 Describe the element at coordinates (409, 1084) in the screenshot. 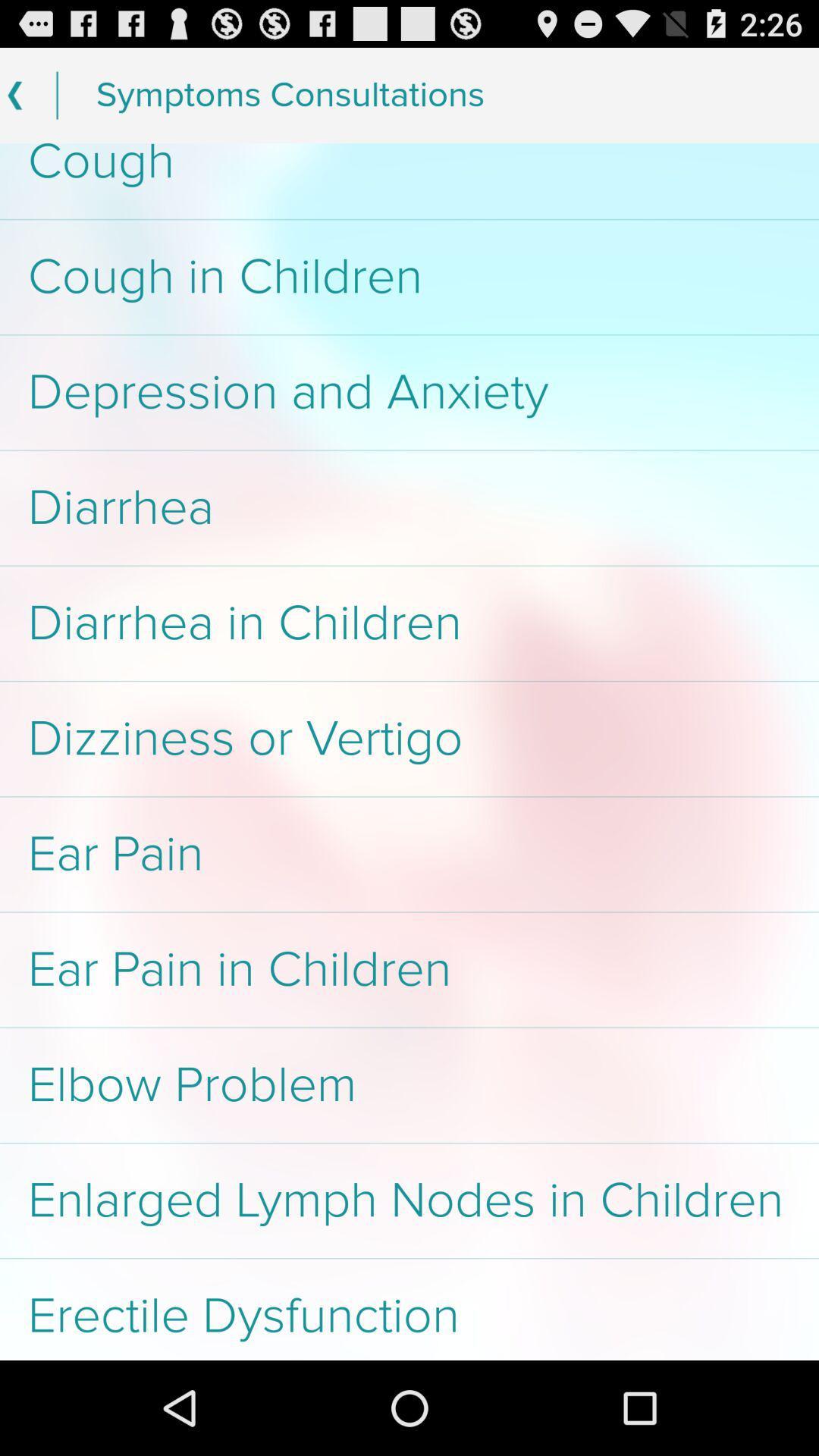

I see `the icon below the ear pain in app` at that location.